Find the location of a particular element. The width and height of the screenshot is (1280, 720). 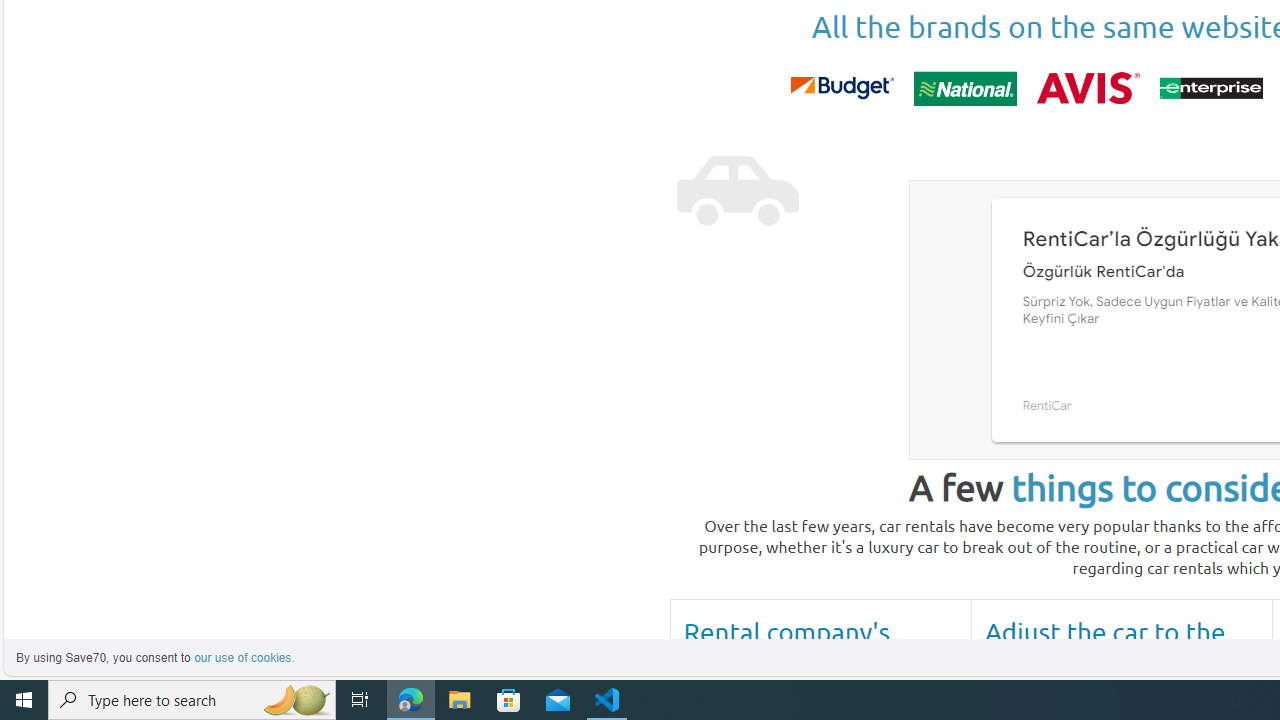

'RentiCar' is located at coordinates (1046, 405).